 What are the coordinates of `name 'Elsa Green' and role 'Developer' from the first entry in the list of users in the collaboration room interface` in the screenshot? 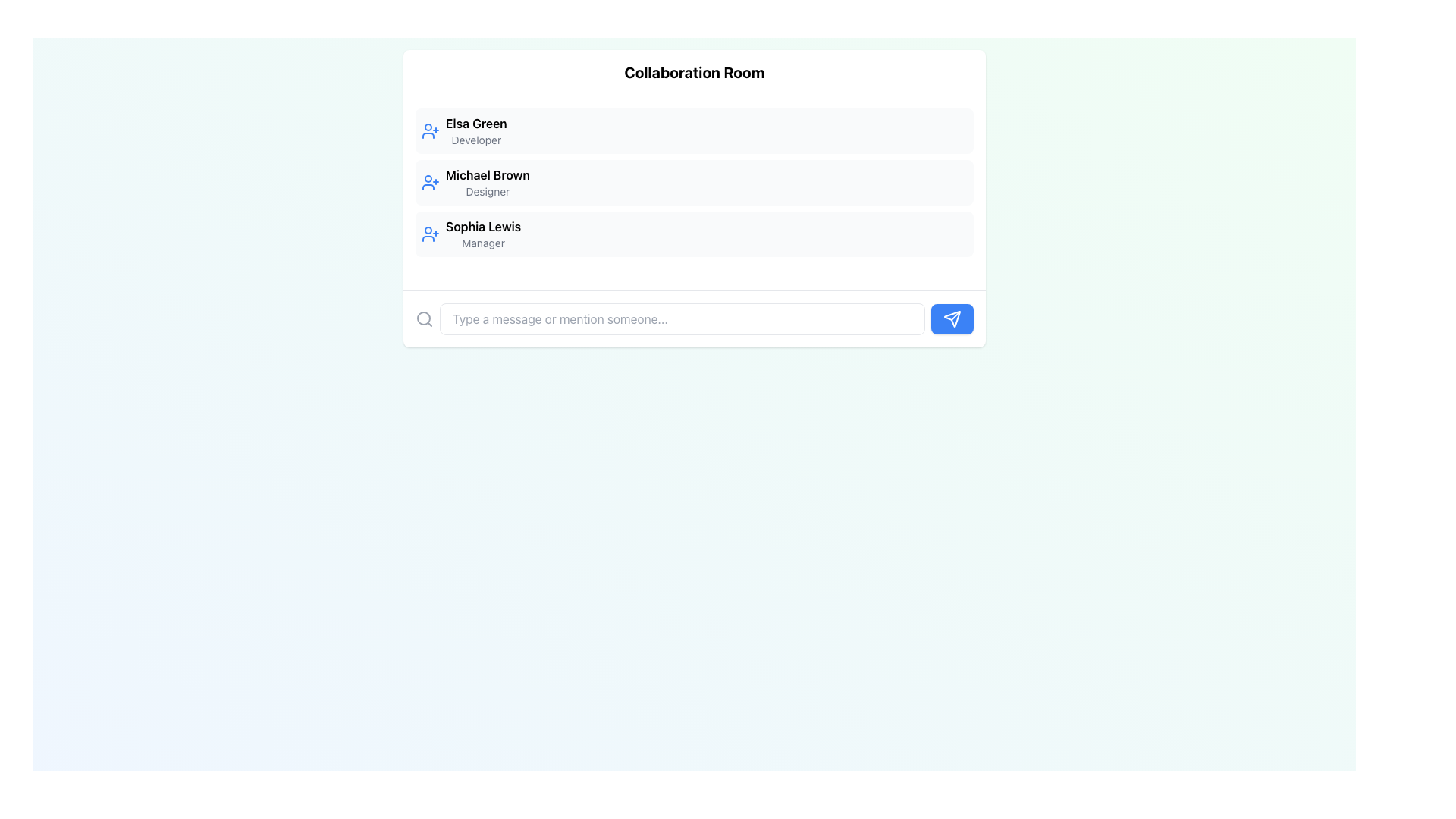 It's located at (475, 130).